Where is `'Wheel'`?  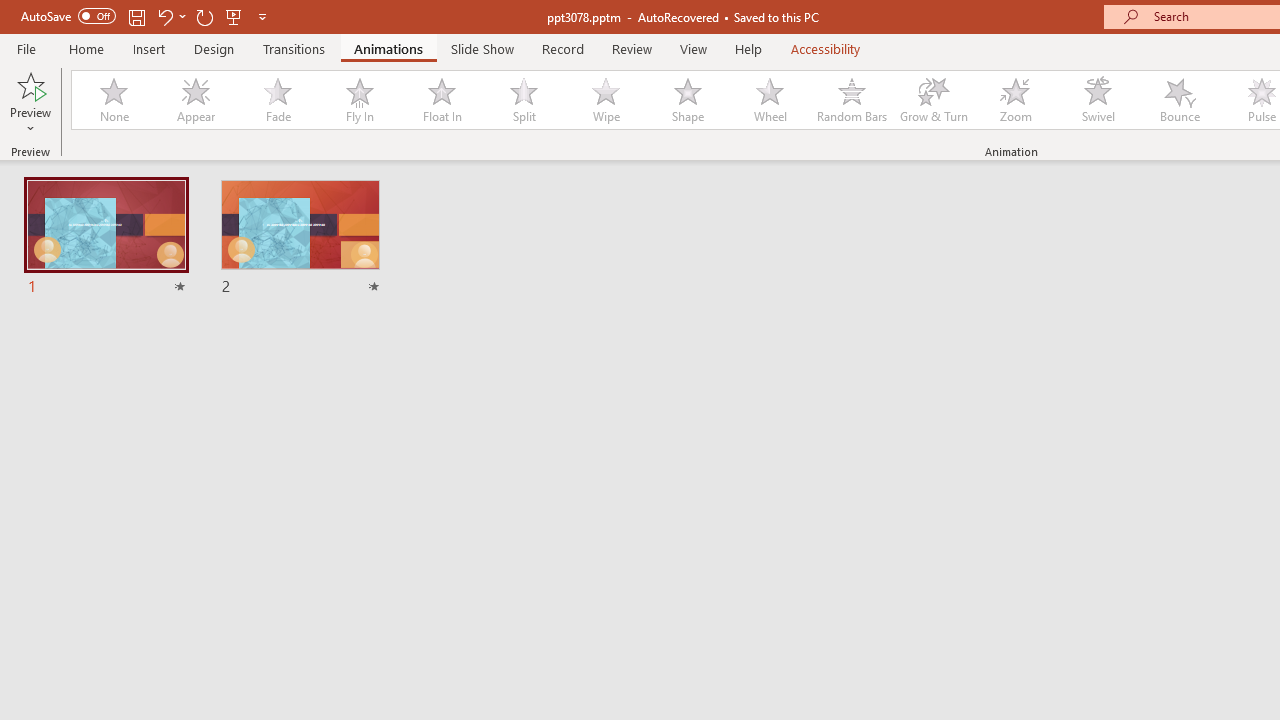
'Wheel' is located at coordinates (769, 100).